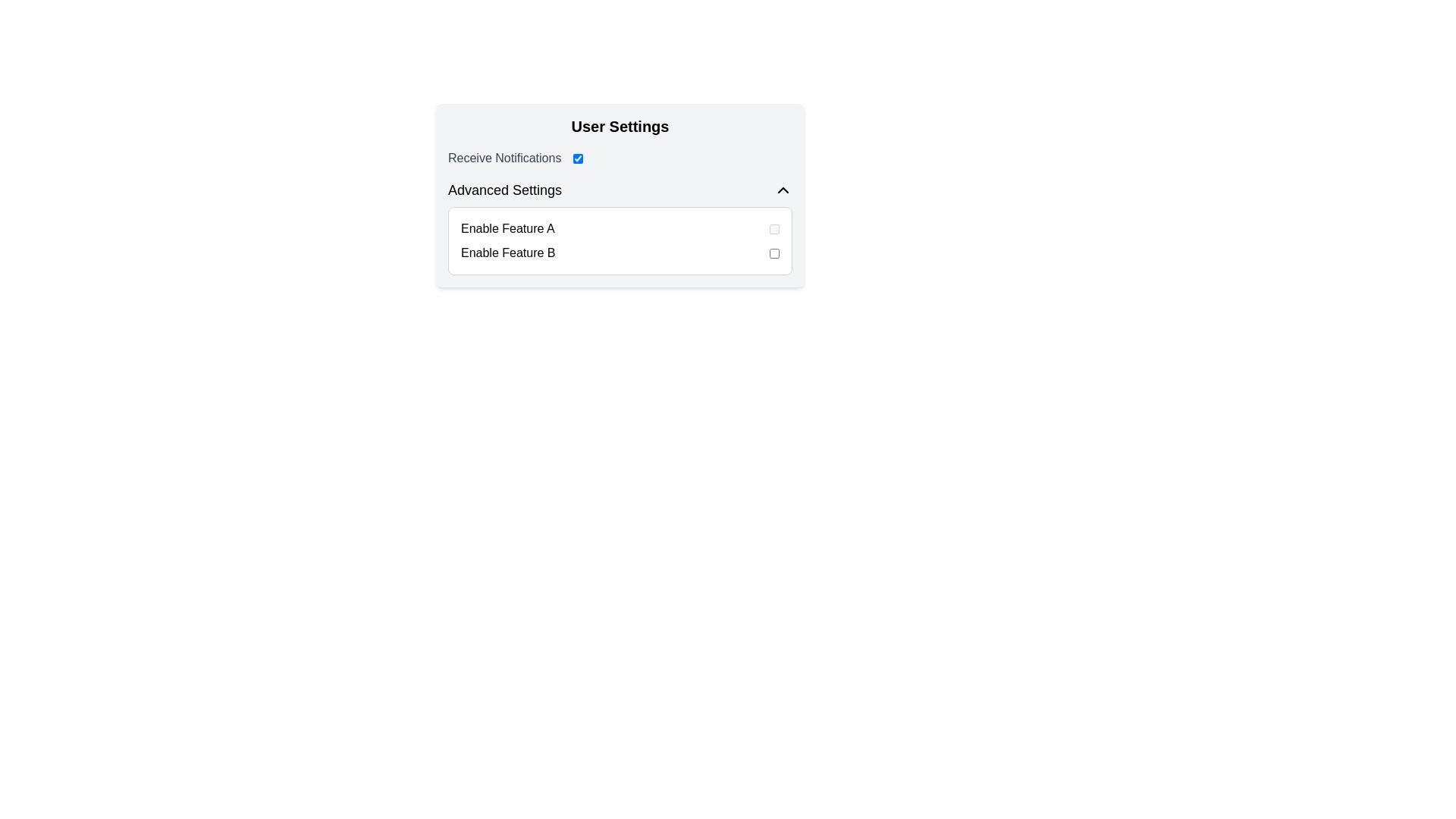 Image resolution: width=1456 pixels, height=819 pixels. What do you see at coordinates (508, 253) in the screenshot?
I see `label that indicates the option to enable or disable 'Feature B' located beneath 'Enable Feature A' in the Advanced Settings section of the User Settings interface` at bounding box center [508, 253].